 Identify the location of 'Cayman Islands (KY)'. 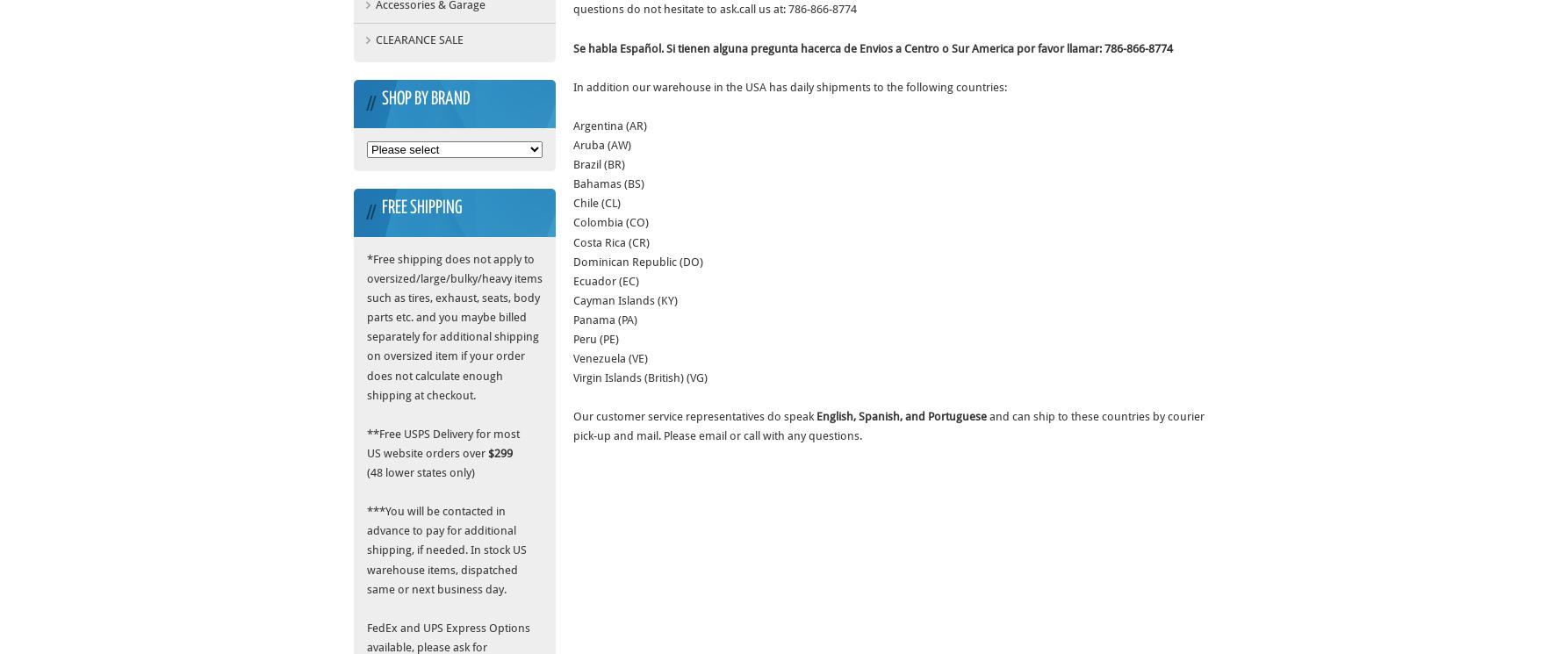
(625, 299).